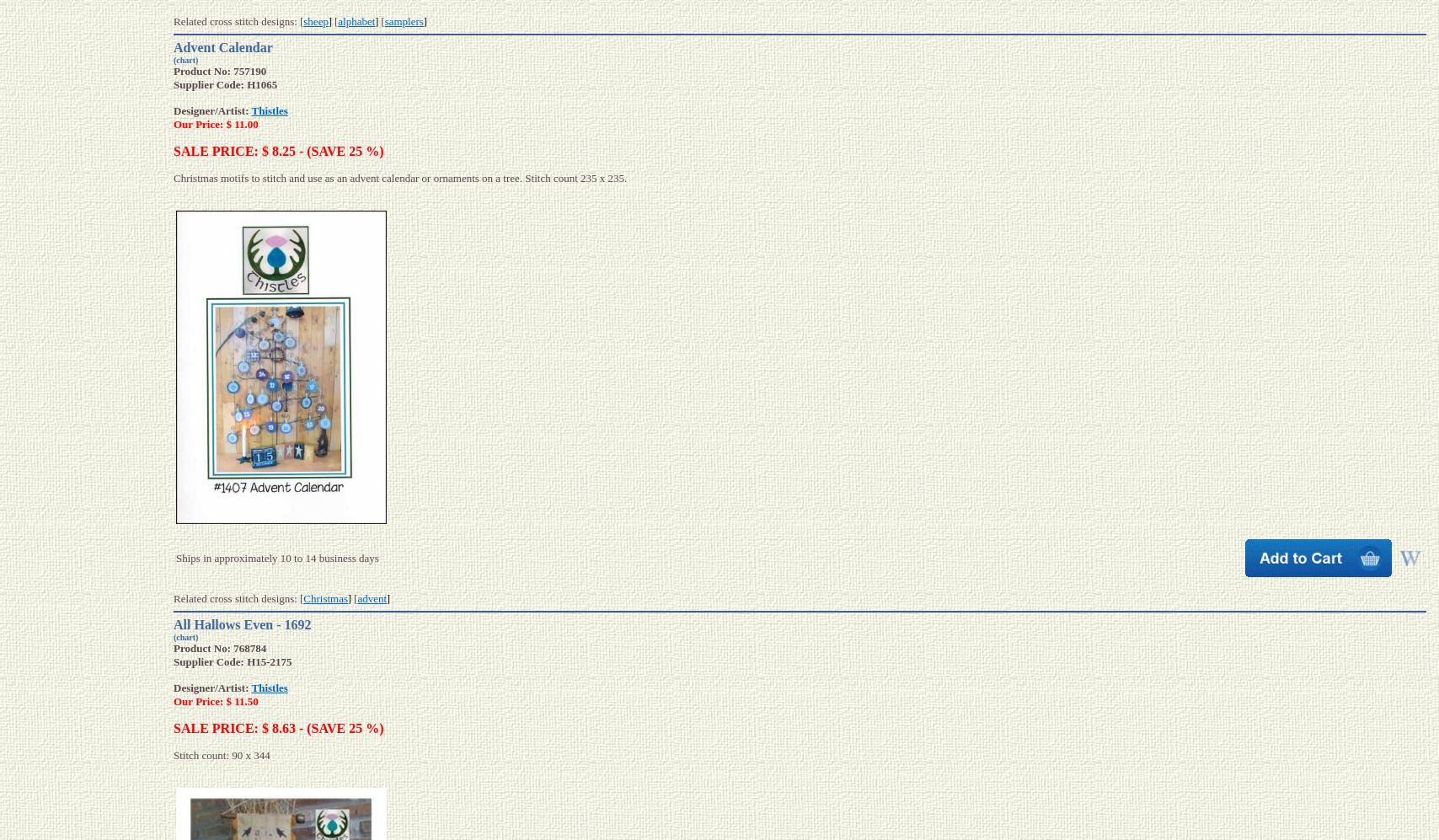 Image resolution: width=1439 pixels, height=840 pixels. I want to click on 'Advent Calendar', so click(173, 45).